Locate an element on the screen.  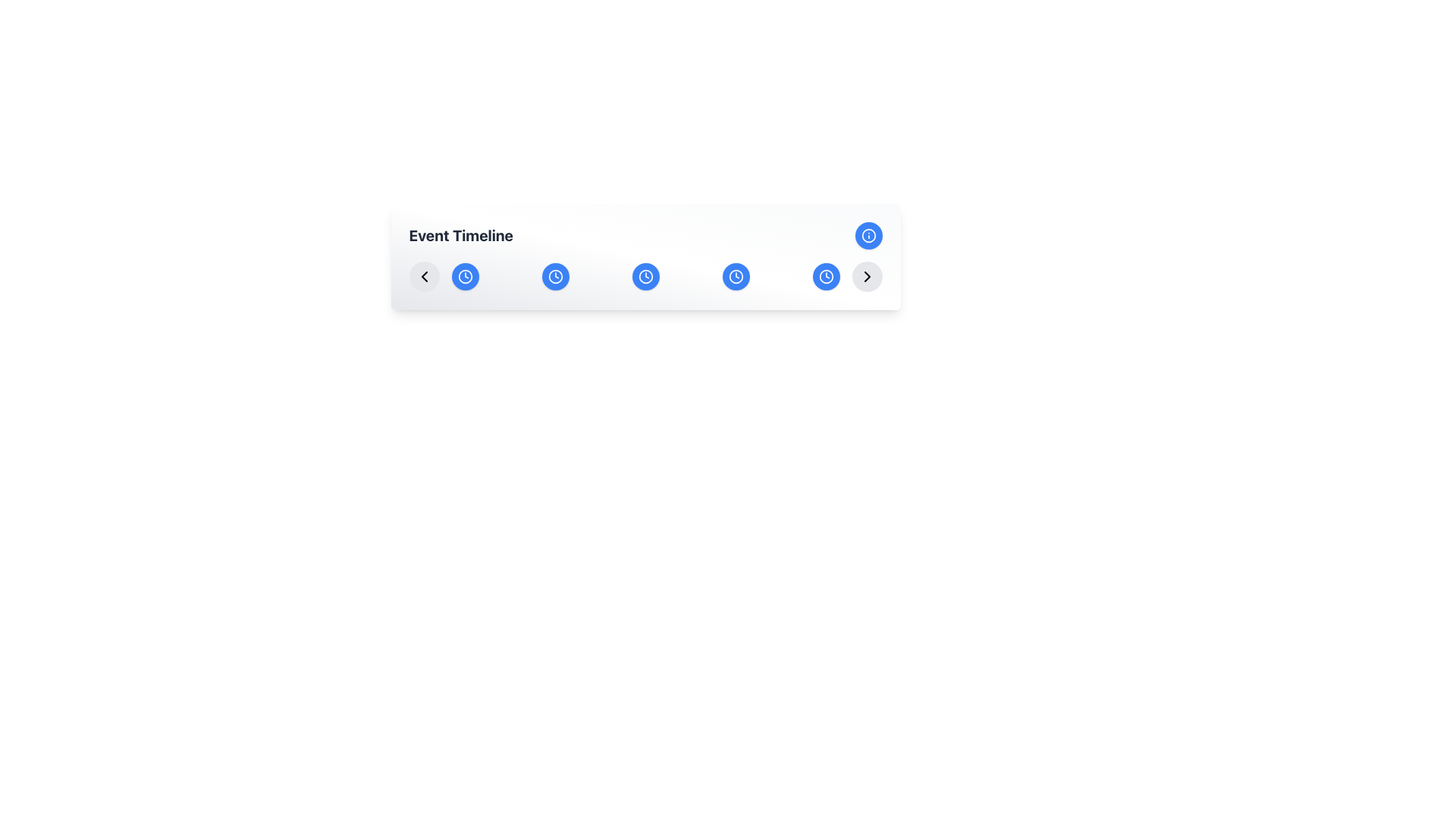
the timestamp icon which is the second circular blue button in the horizontal Event Timeline interface is located at coordinates (464, 277).